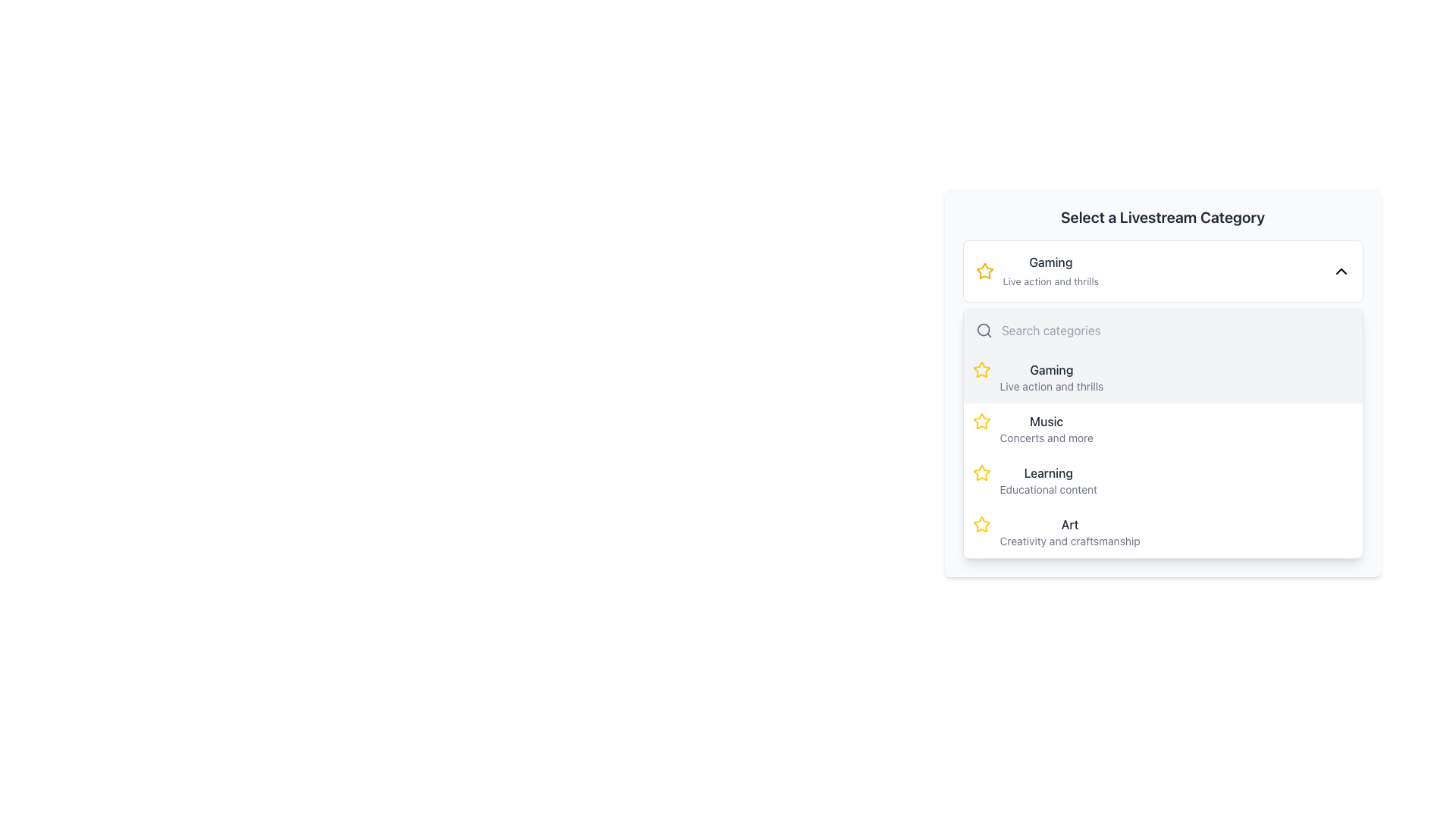 Image resolution: width=1456 pixels, height=819 pixels. Describe the element at coordinates (1050, 281) in the screenshot. I see `the text label element containing 'Live action and thrills', which is styled in light gray and positioned directly below the 'Gaming' title in the 'Select a Livestream Category' interface` at that location.